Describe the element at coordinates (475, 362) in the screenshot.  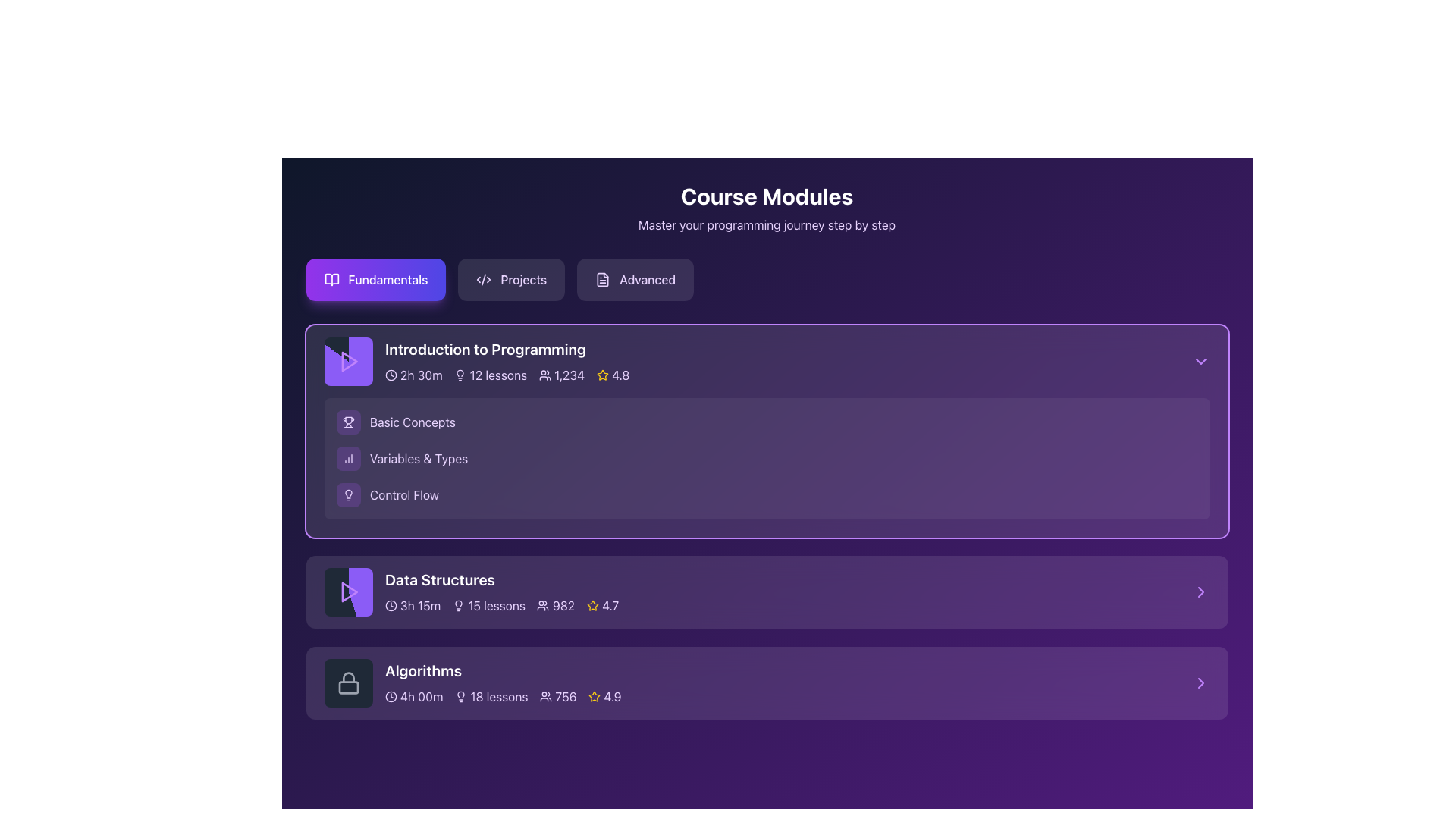
I see `the 'Introduction to Programming' static information panel` at that location.